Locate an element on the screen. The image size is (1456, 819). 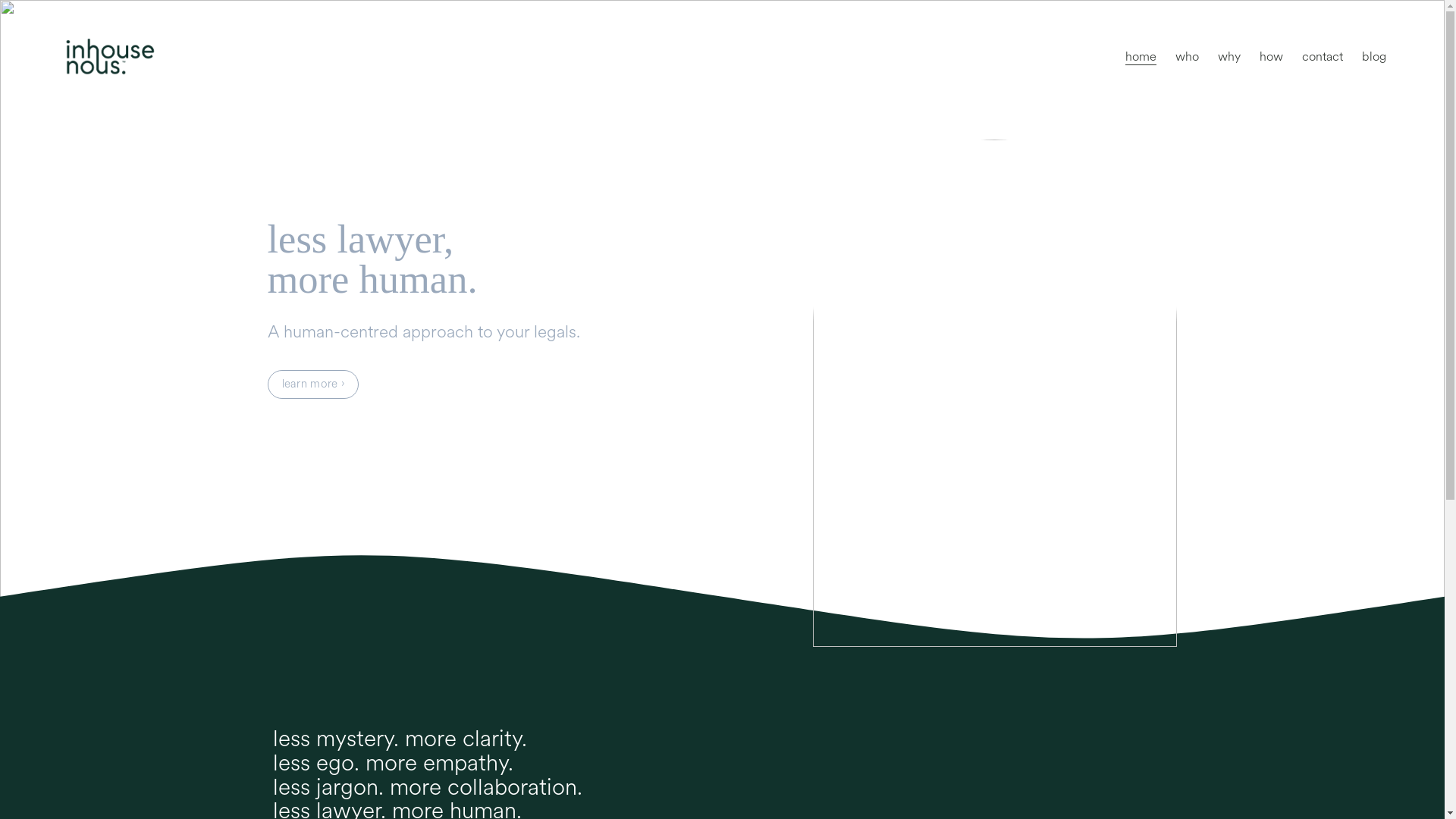
'contact' is located at coordinates (1321, 55).